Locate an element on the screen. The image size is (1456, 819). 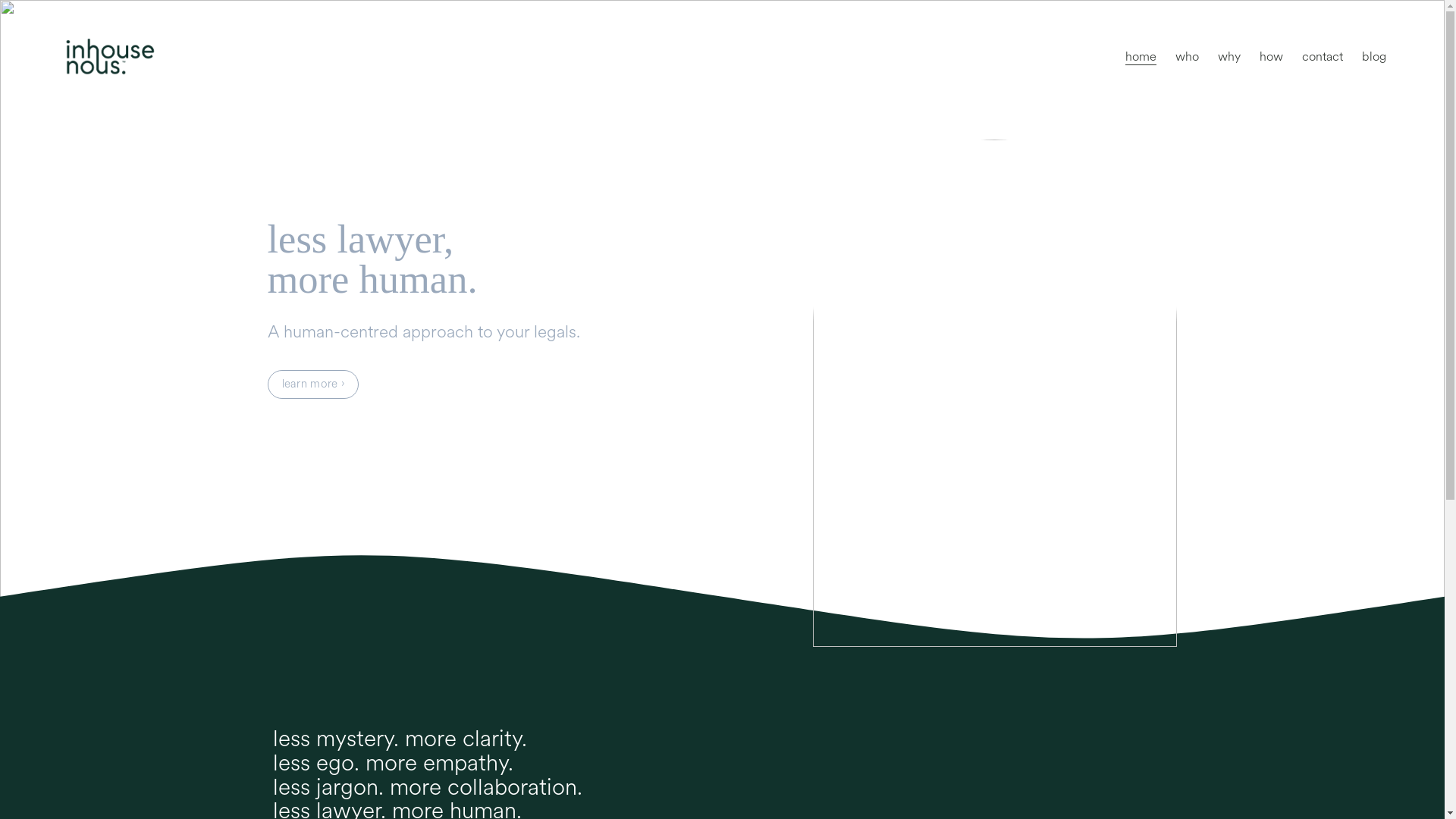
'contact' is located at coordinates (1321, 55).